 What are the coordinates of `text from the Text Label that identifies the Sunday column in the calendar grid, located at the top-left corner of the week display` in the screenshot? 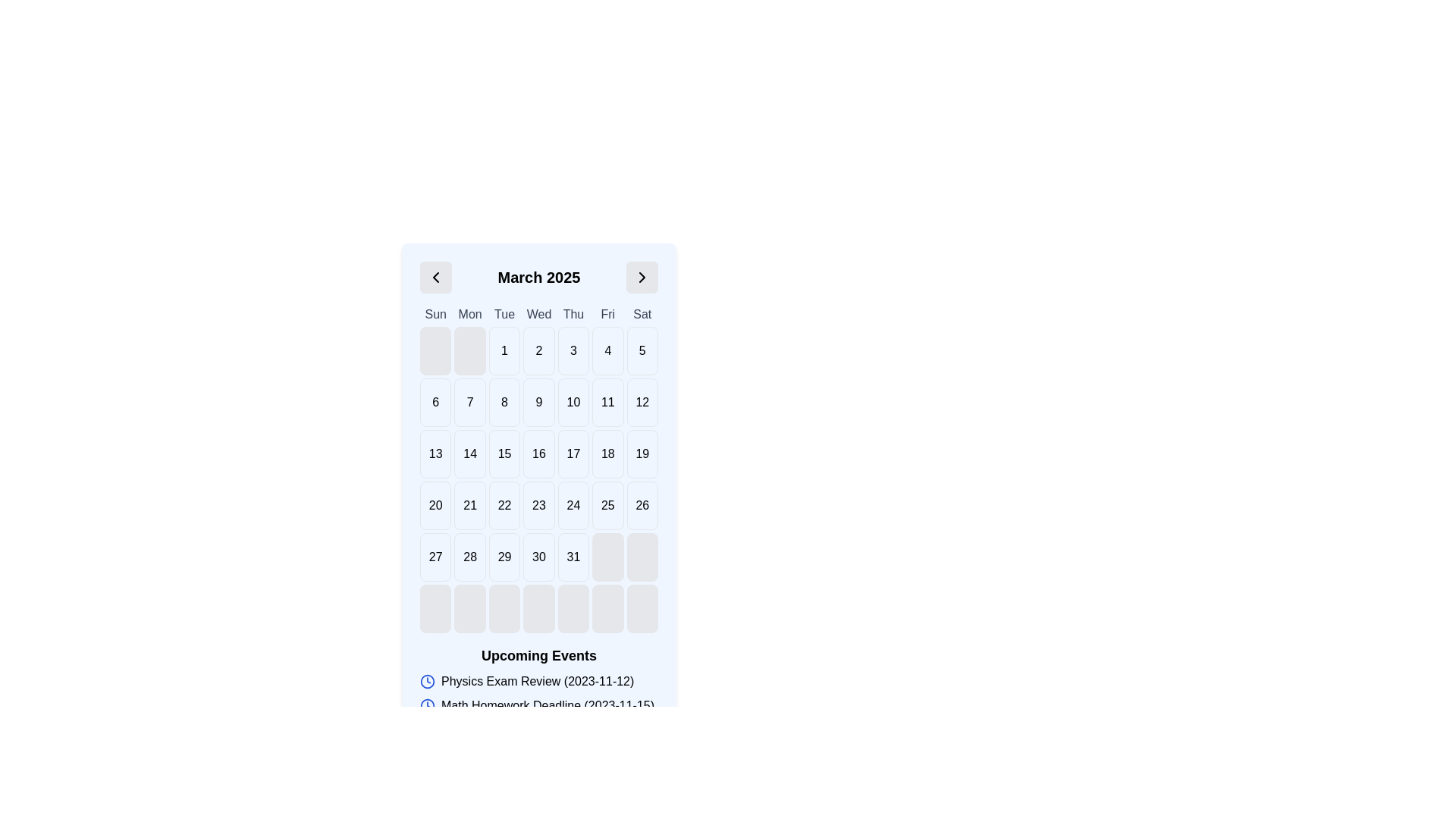 It's located at (435, 314).